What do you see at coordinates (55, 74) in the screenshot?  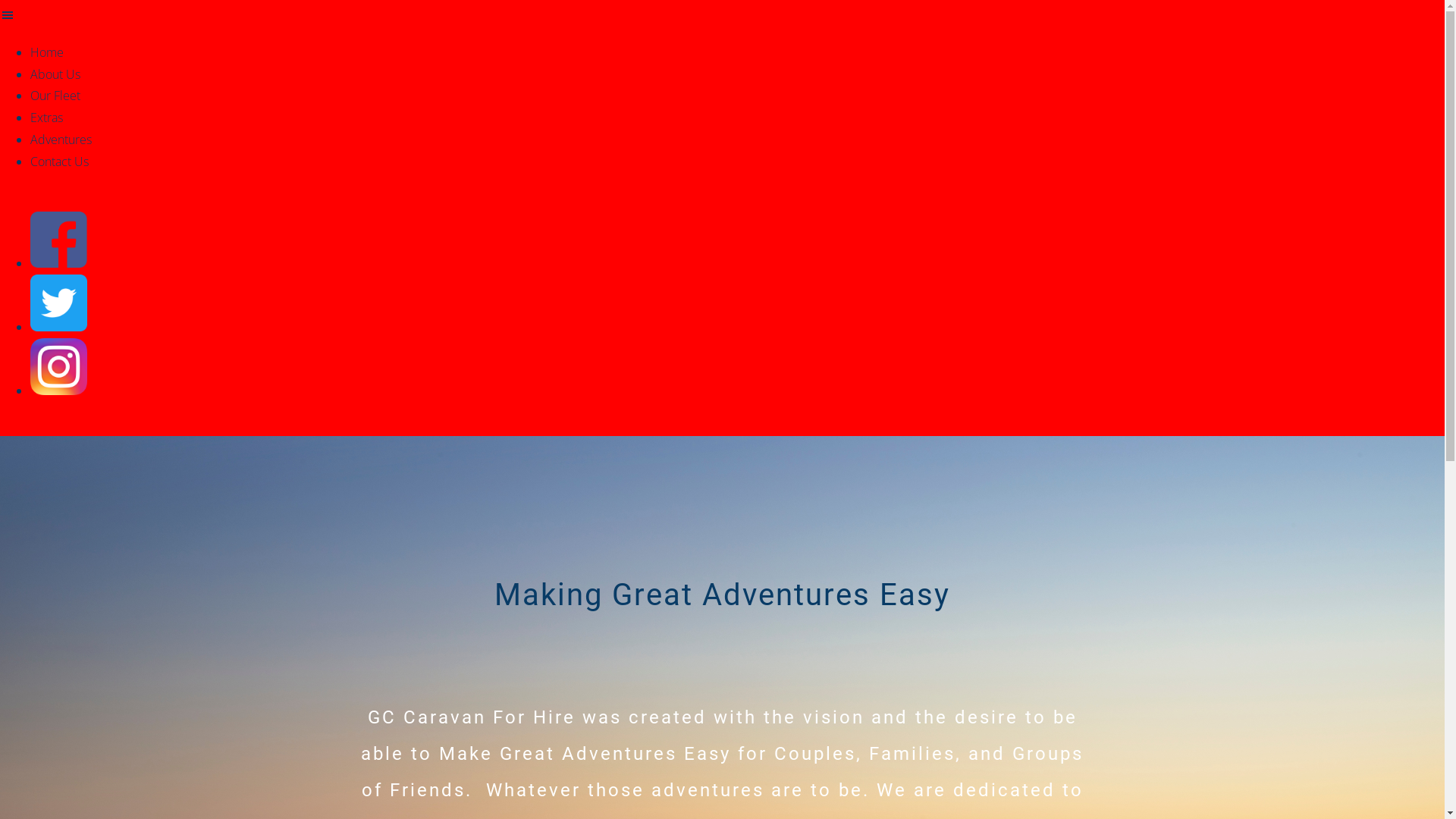 I see `'About Us'` at bounding box center [55, 74].